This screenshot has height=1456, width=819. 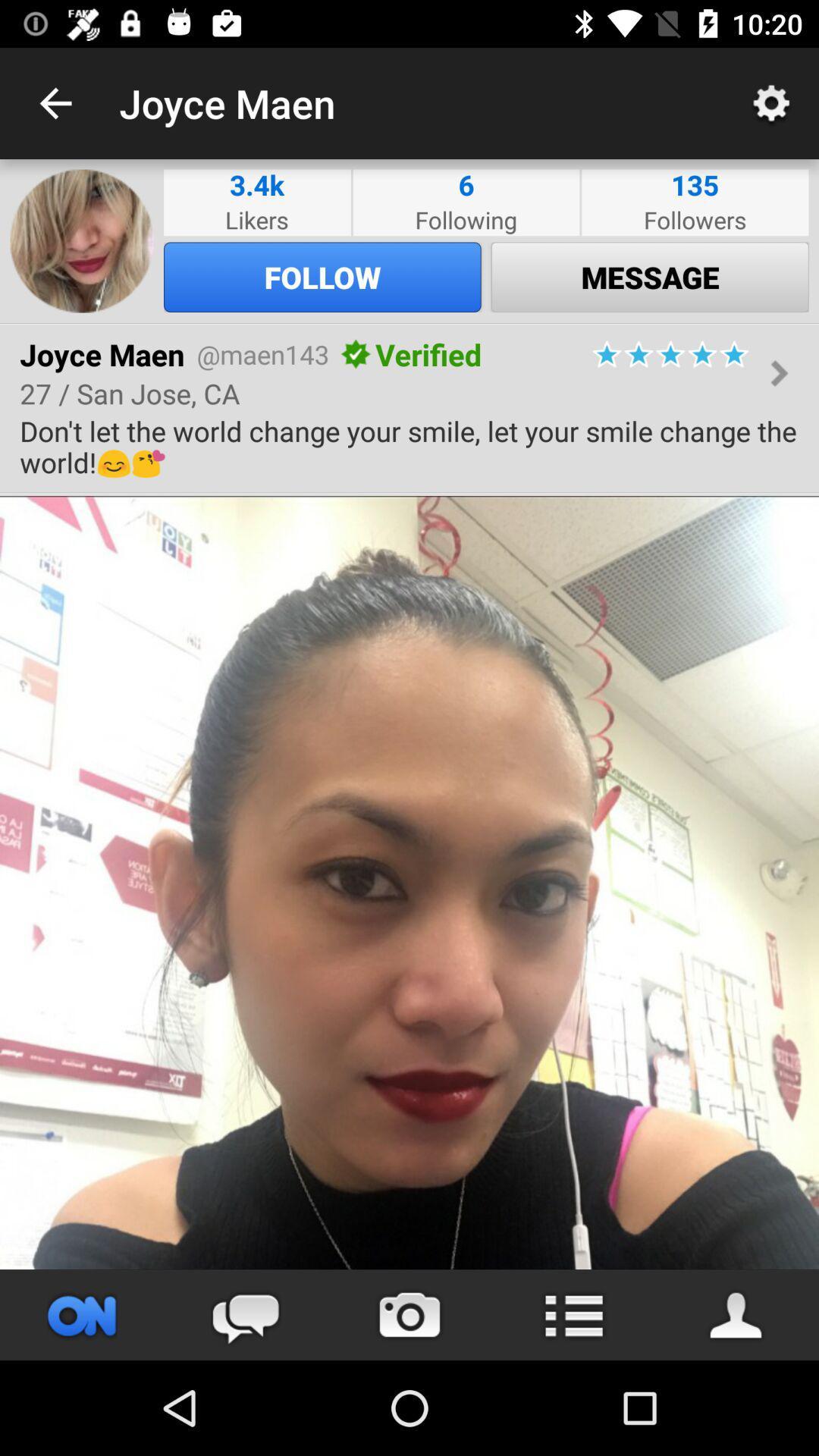 I want to click on the avatar icon, so click(x=736, y=1314).